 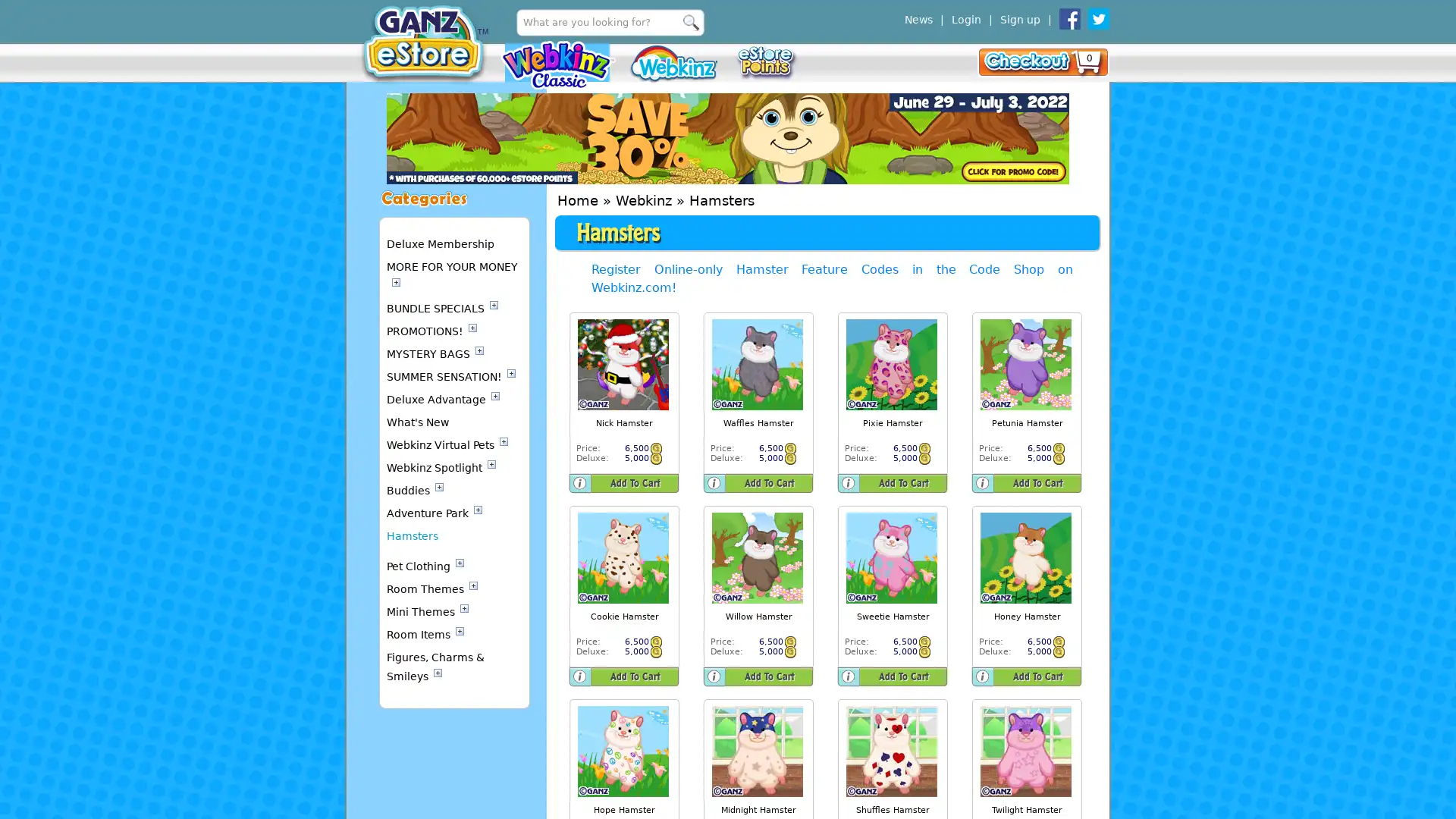 What do you see at coordinates (903, 482) in the screenshot?
I see `Add To Cart` at bounding box center [903, 482].